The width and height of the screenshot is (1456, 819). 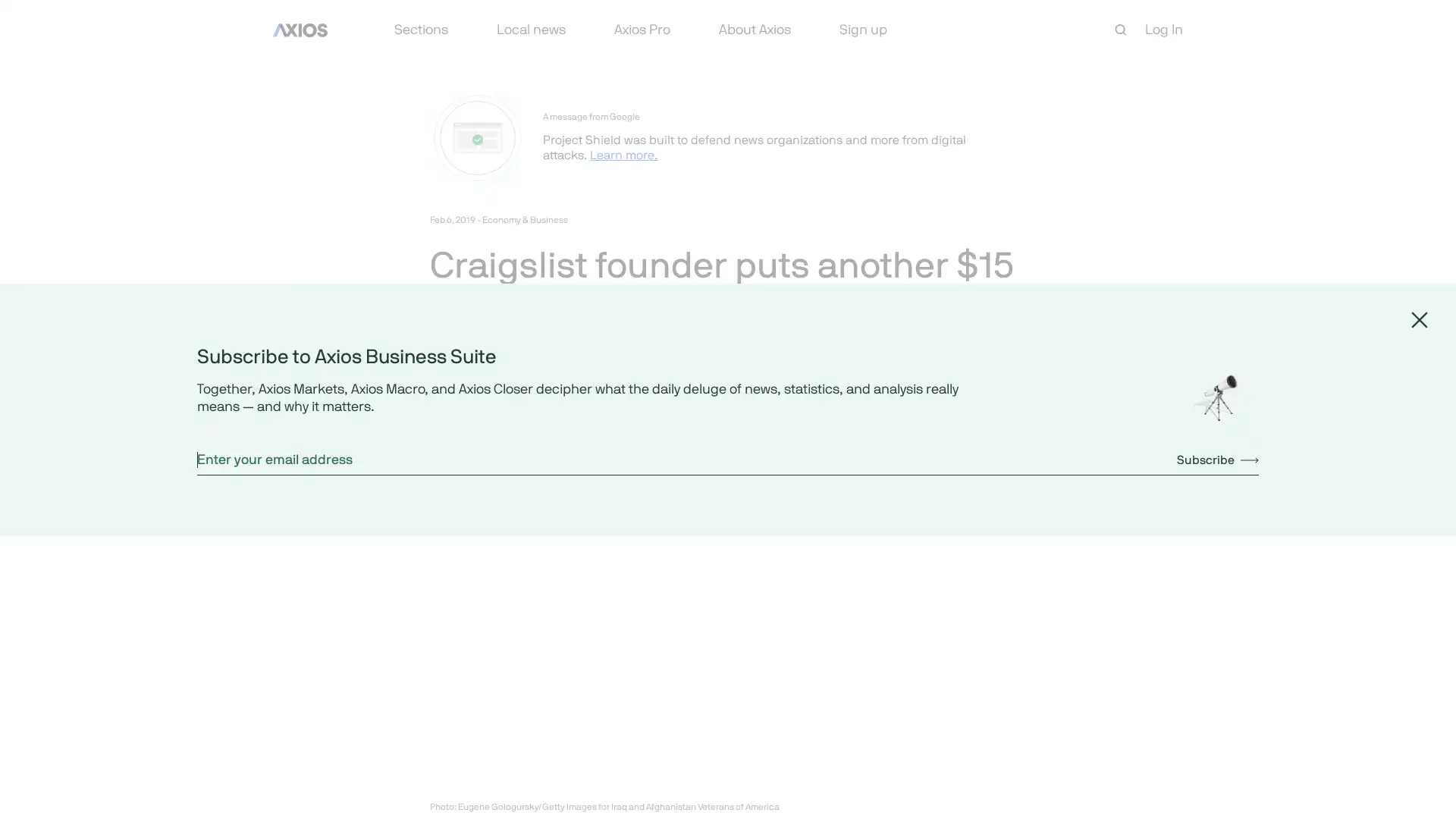 I want to click on email, so click(x=549, y=412).